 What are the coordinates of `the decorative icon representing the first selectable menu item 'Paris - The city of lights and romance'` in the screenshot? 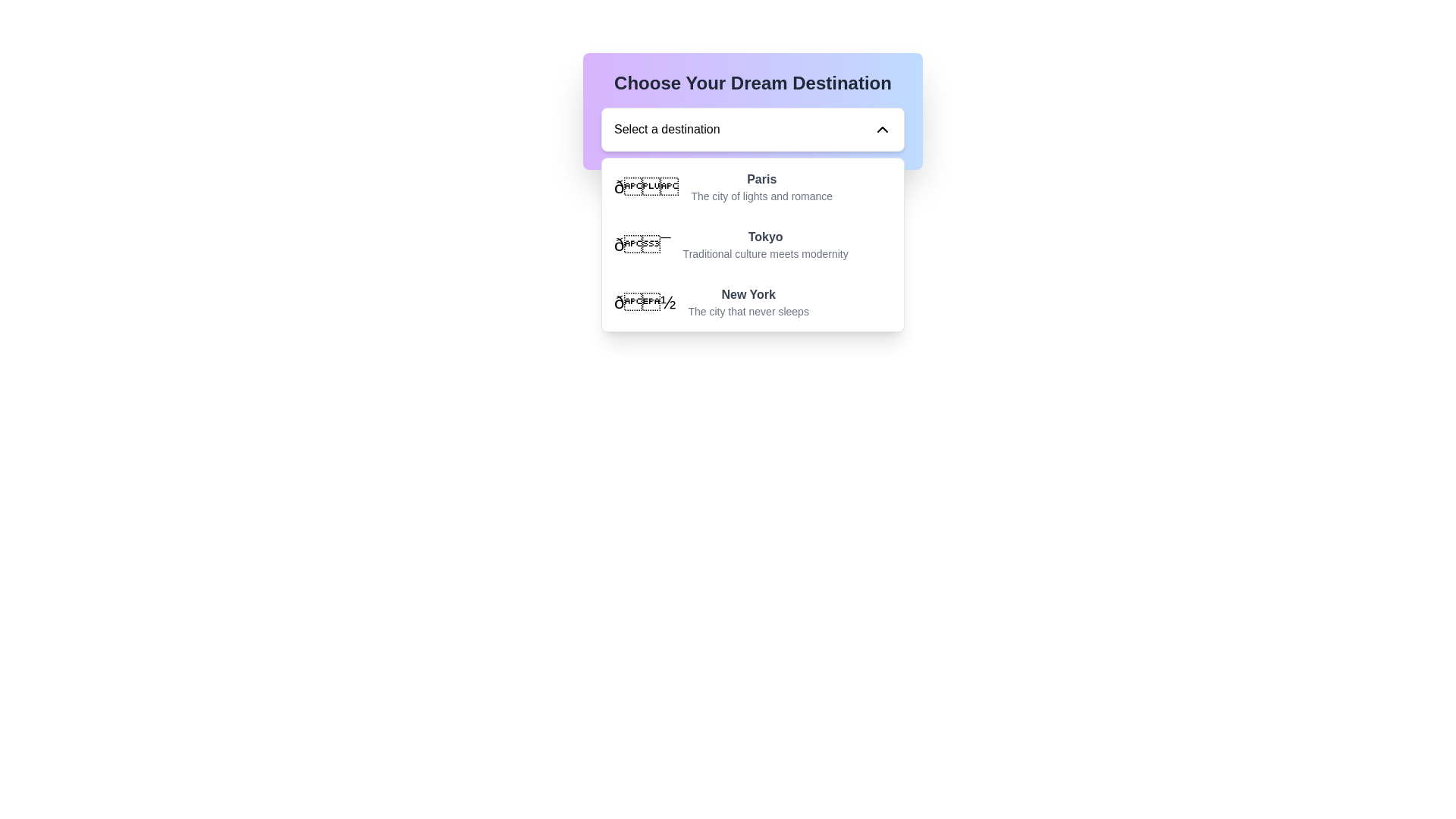 It's located at (646, 186).